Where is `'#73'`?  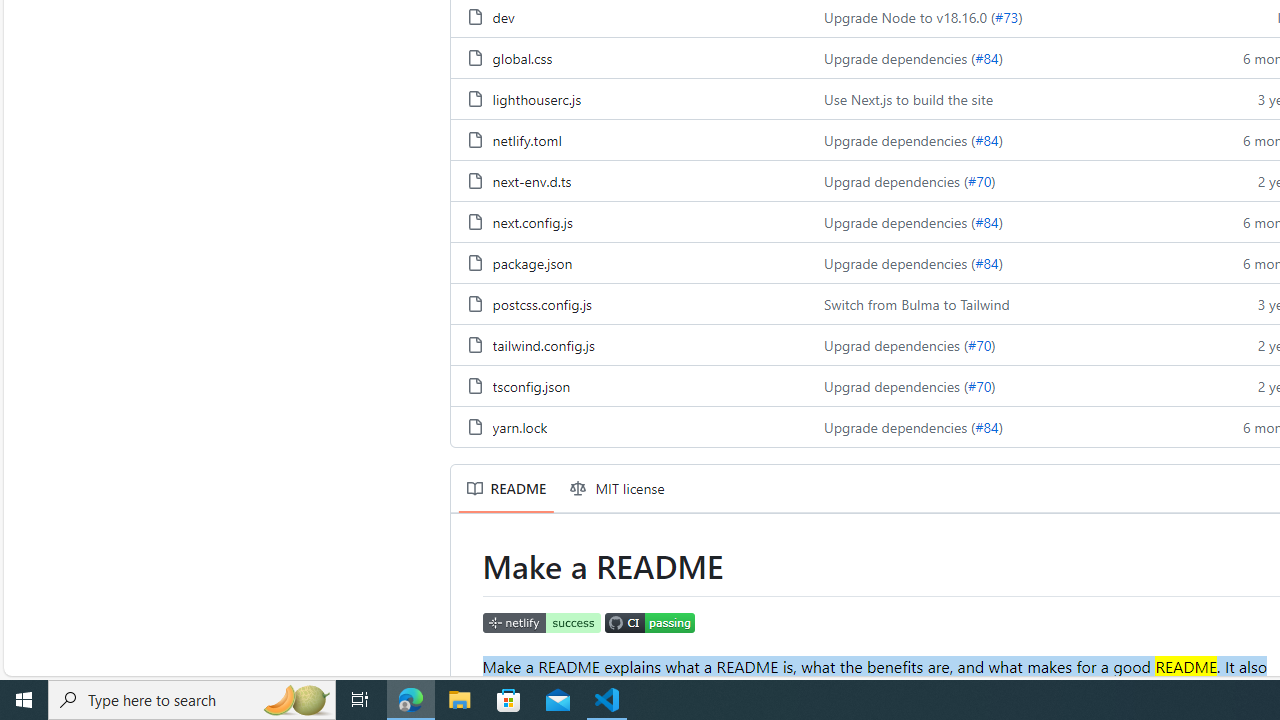
'#73' is located at coordinates (1006, 17).